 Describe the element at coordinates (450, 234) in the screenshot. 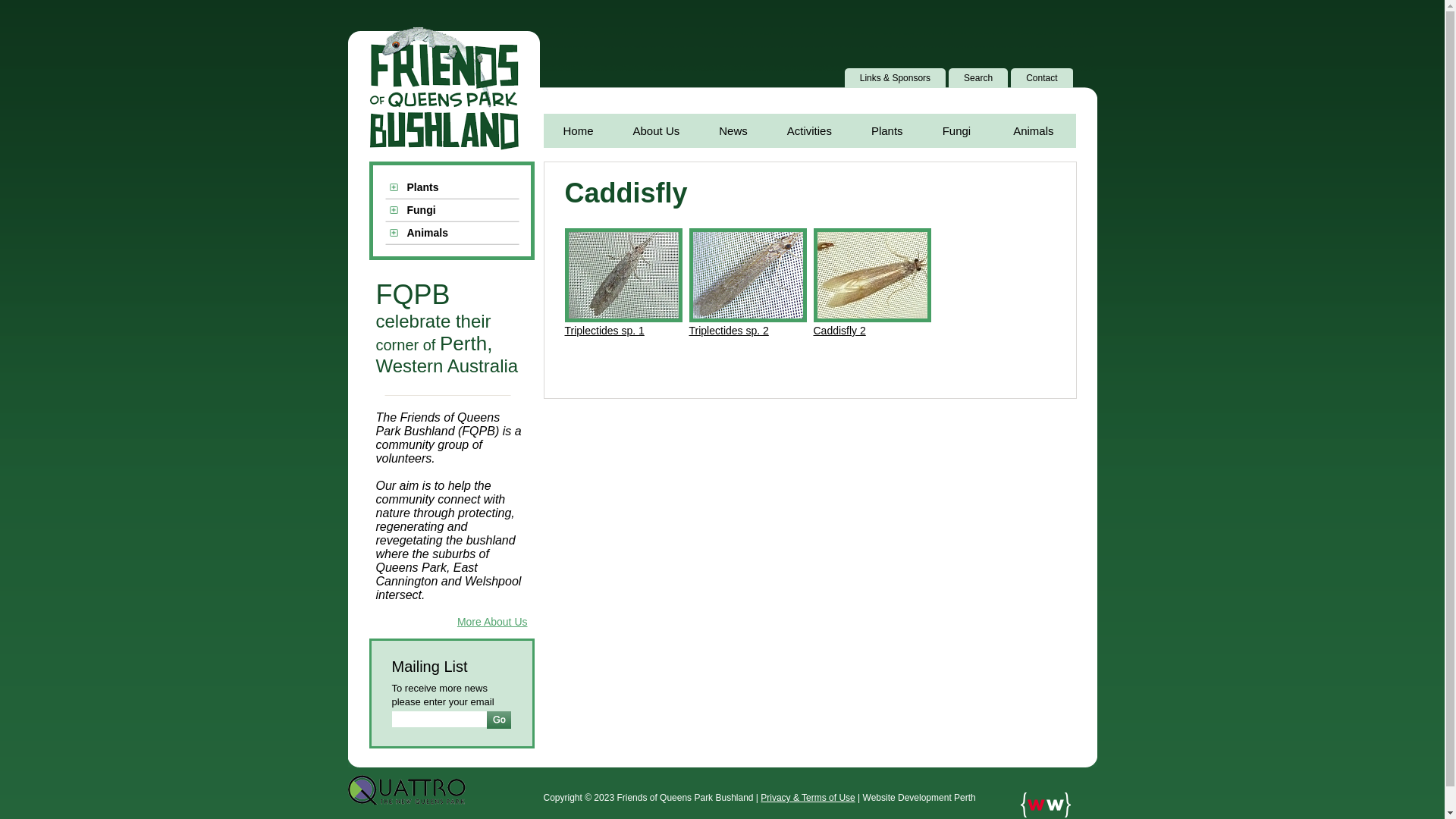

I see `'Animals'` at that location.